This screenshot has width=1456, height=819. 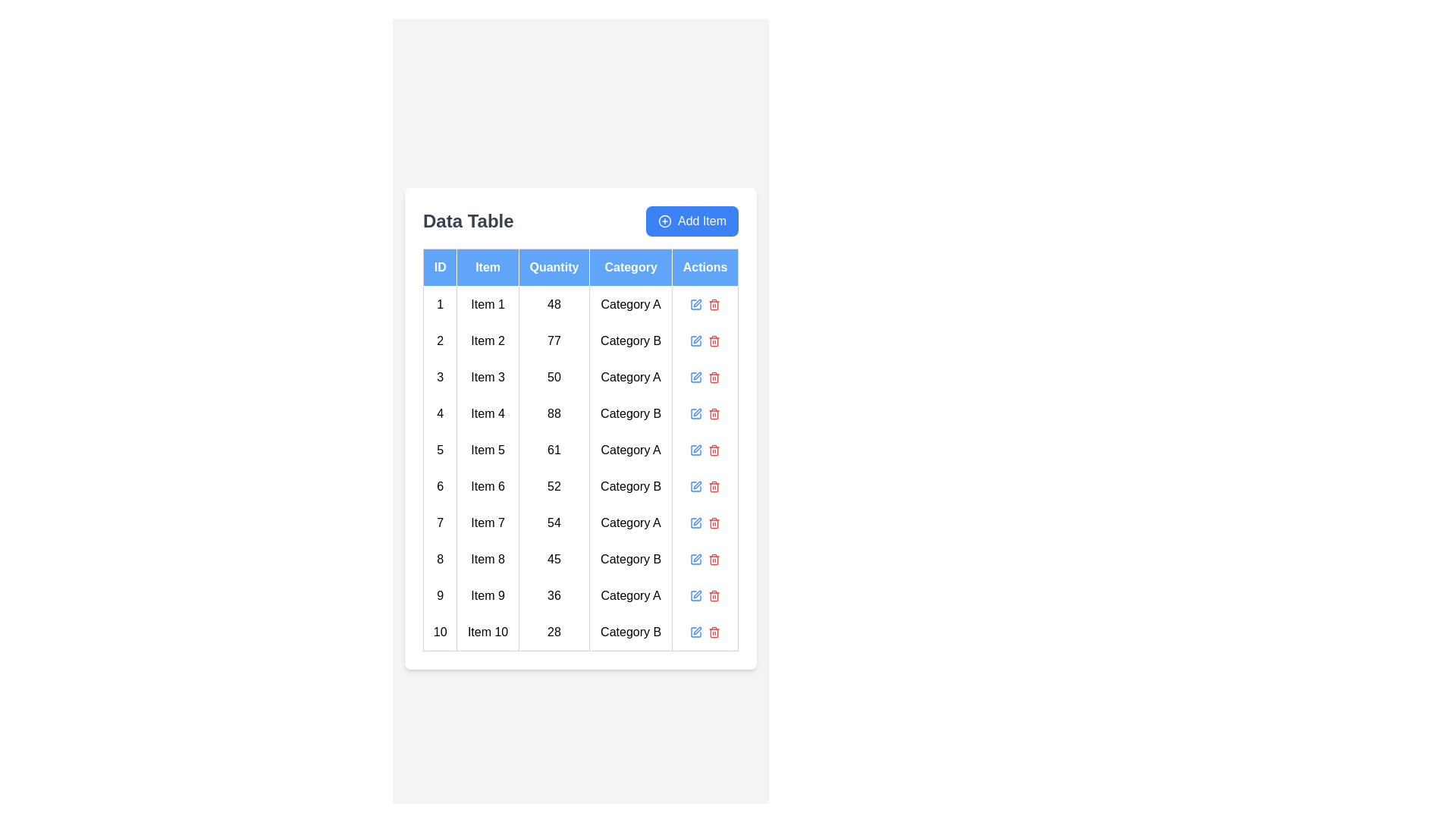 What do you see at coordinates (553, 522) in the screenshot?
I see `the text cell displaying the quantity for 'Item 7' in the seventh row of the table under the 'Quantity' column` at bounding box center [553, 522].